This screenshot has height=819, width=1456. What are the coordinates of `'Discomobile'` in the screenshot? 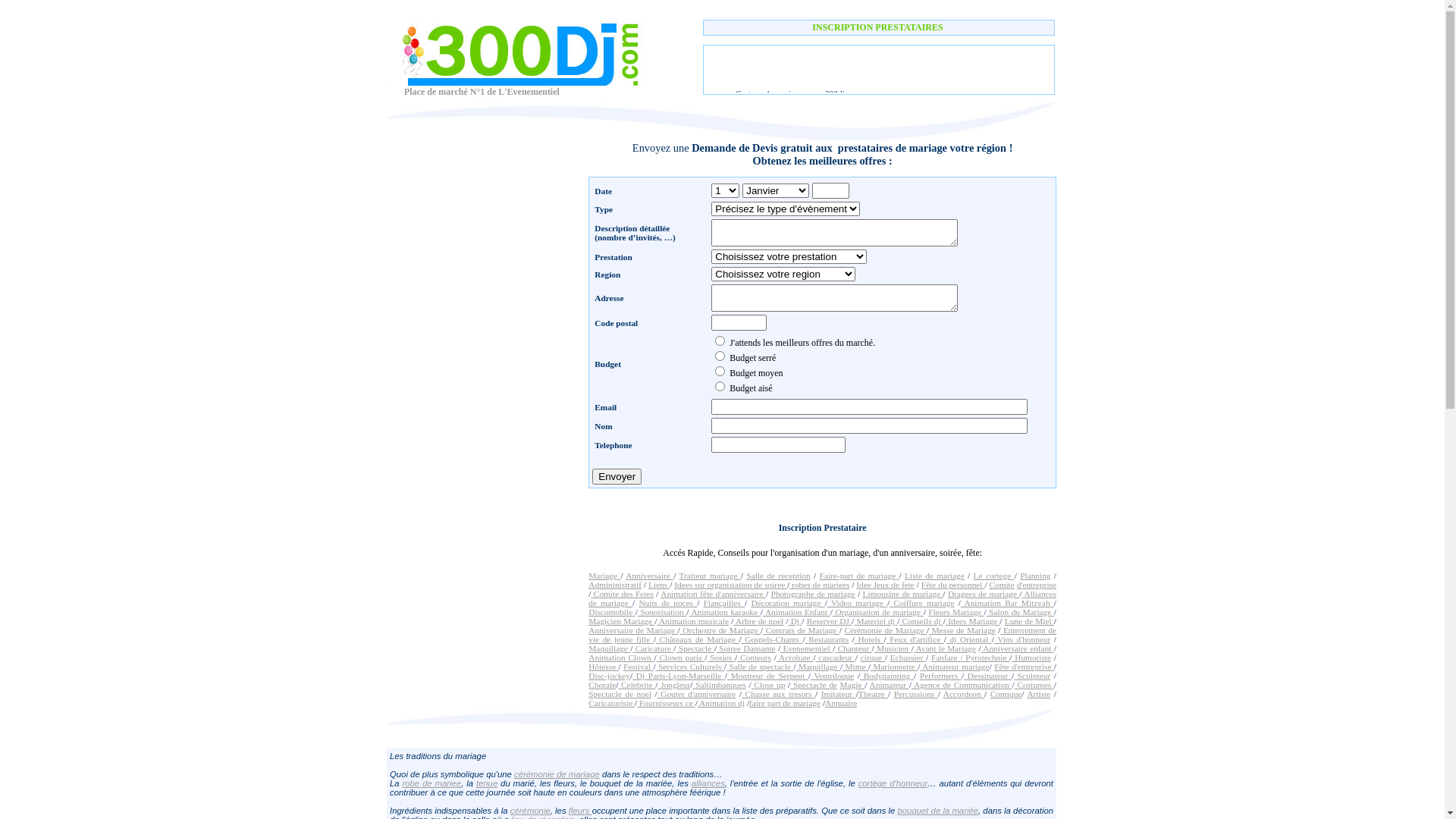 It's located at (611, 610).